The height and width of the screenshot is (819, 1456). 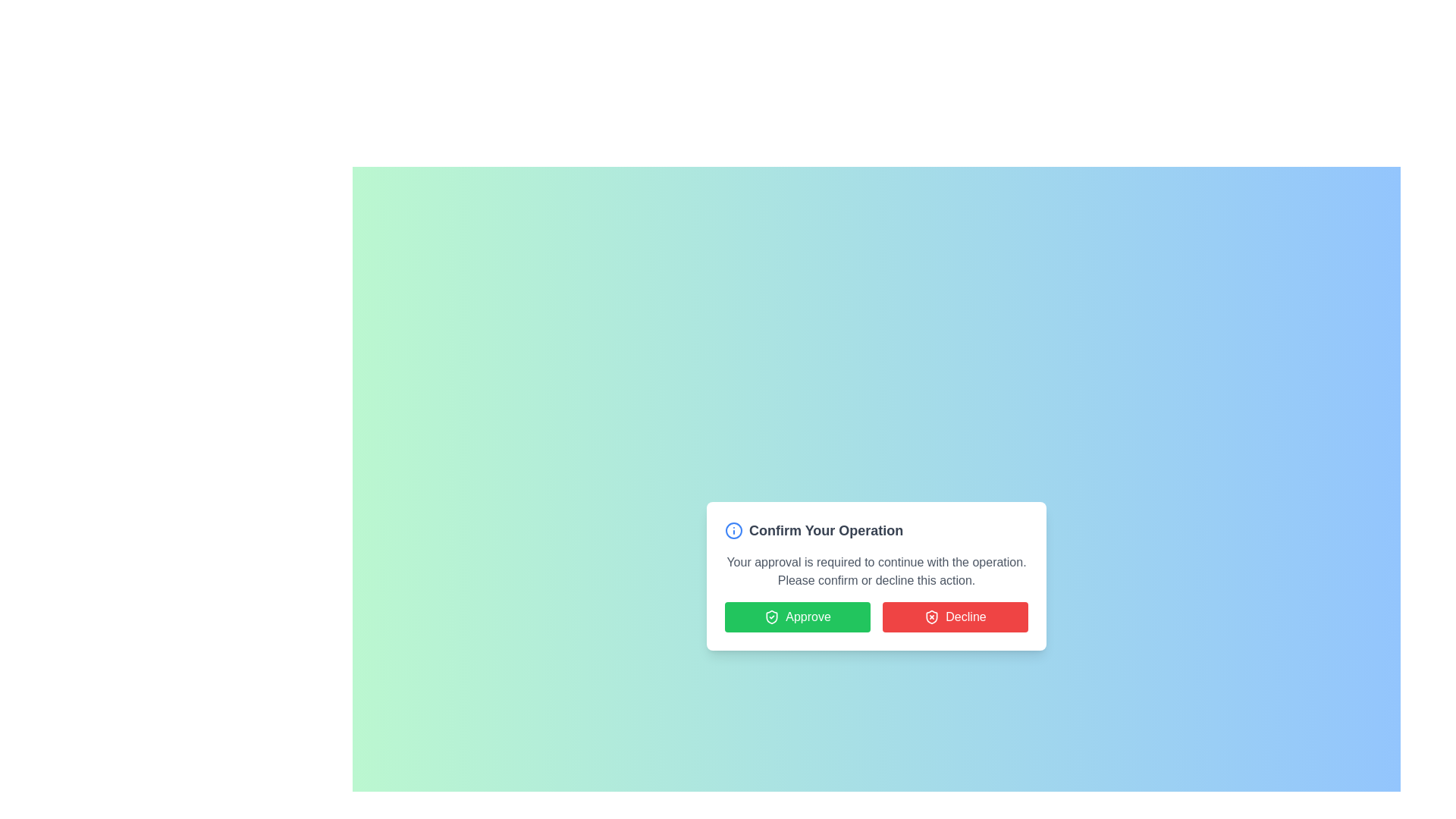 What do you see at coordinates (772, 617) in the screenshot?
I see `the graphic/icon element depicting a shield with a check mark inside it, which is located within the green 'Approve' button in the bottom-left section of the dialog box` at bounding box center [772, 617].